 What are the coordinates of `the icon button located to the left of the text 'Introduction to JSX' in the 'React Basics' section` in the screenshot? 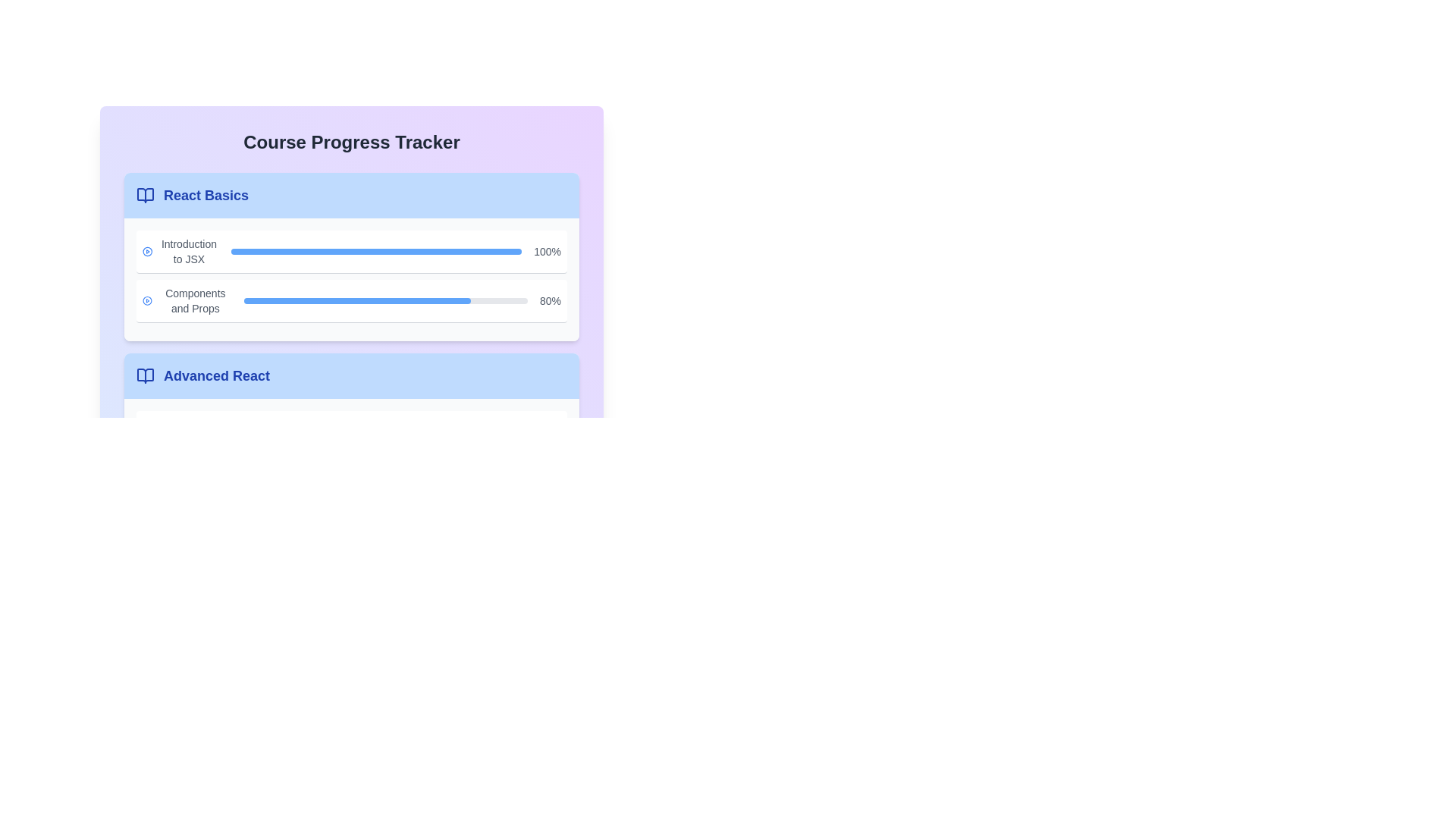 It's located at (147, 250).